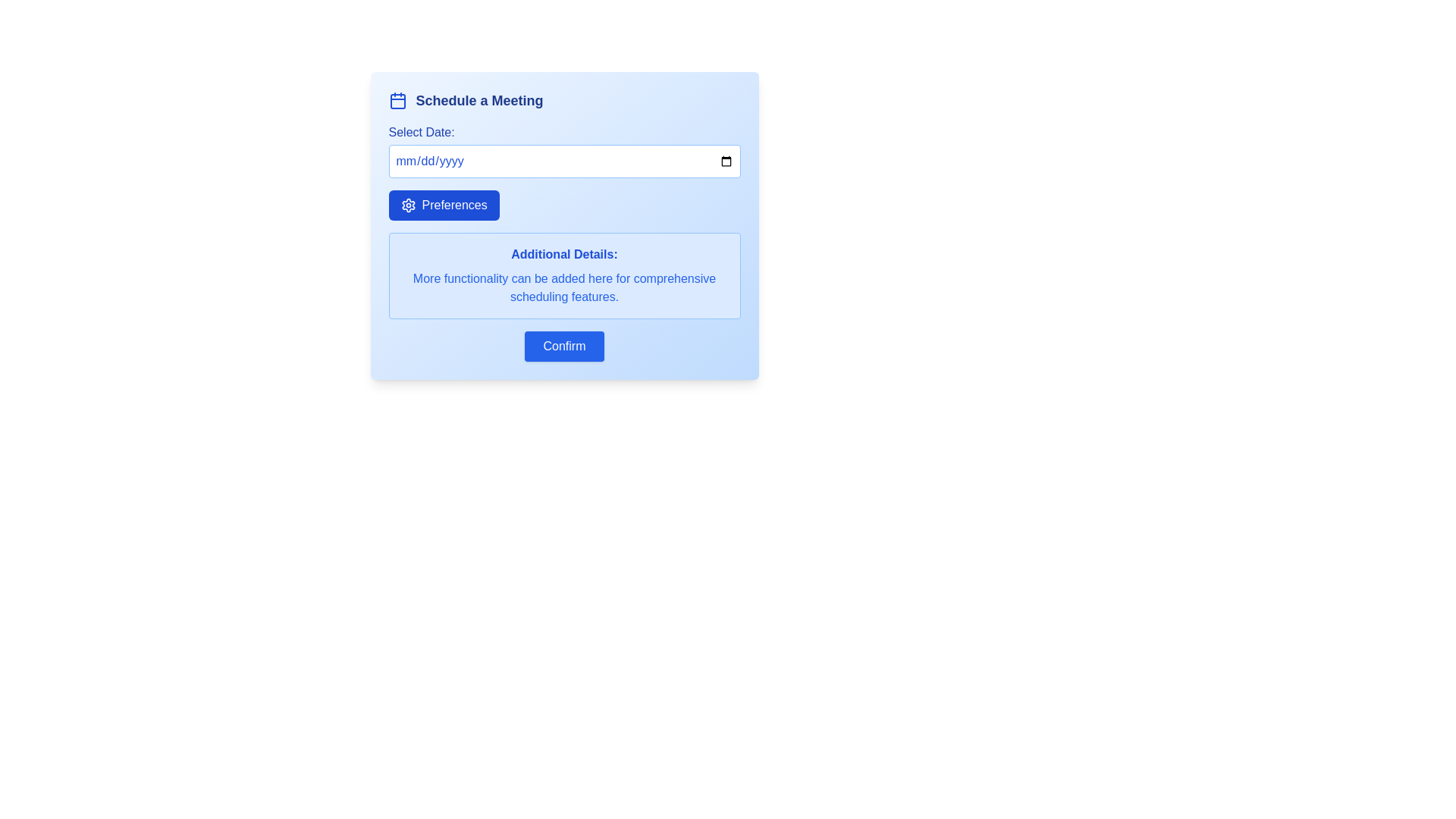 The width and height of the screenshot is (1456, 819). I want to click on the 'Confirm' button with a blue background and white text, located near the bottom of the 'Schedule a Meeting' panel, just below 'Additional Details', so click(563, 346).